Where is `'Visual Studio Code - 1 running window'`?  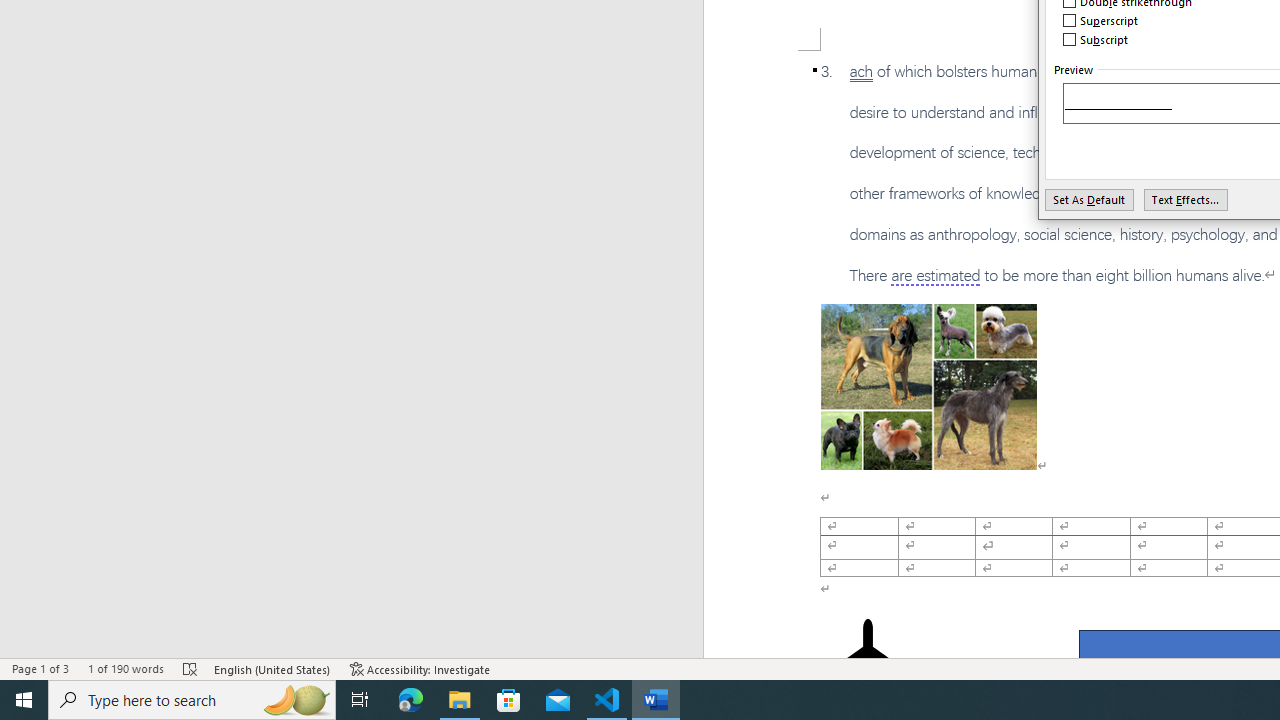 'Visual Studio Code - 1 running window' is located at coordinates (606, 698).